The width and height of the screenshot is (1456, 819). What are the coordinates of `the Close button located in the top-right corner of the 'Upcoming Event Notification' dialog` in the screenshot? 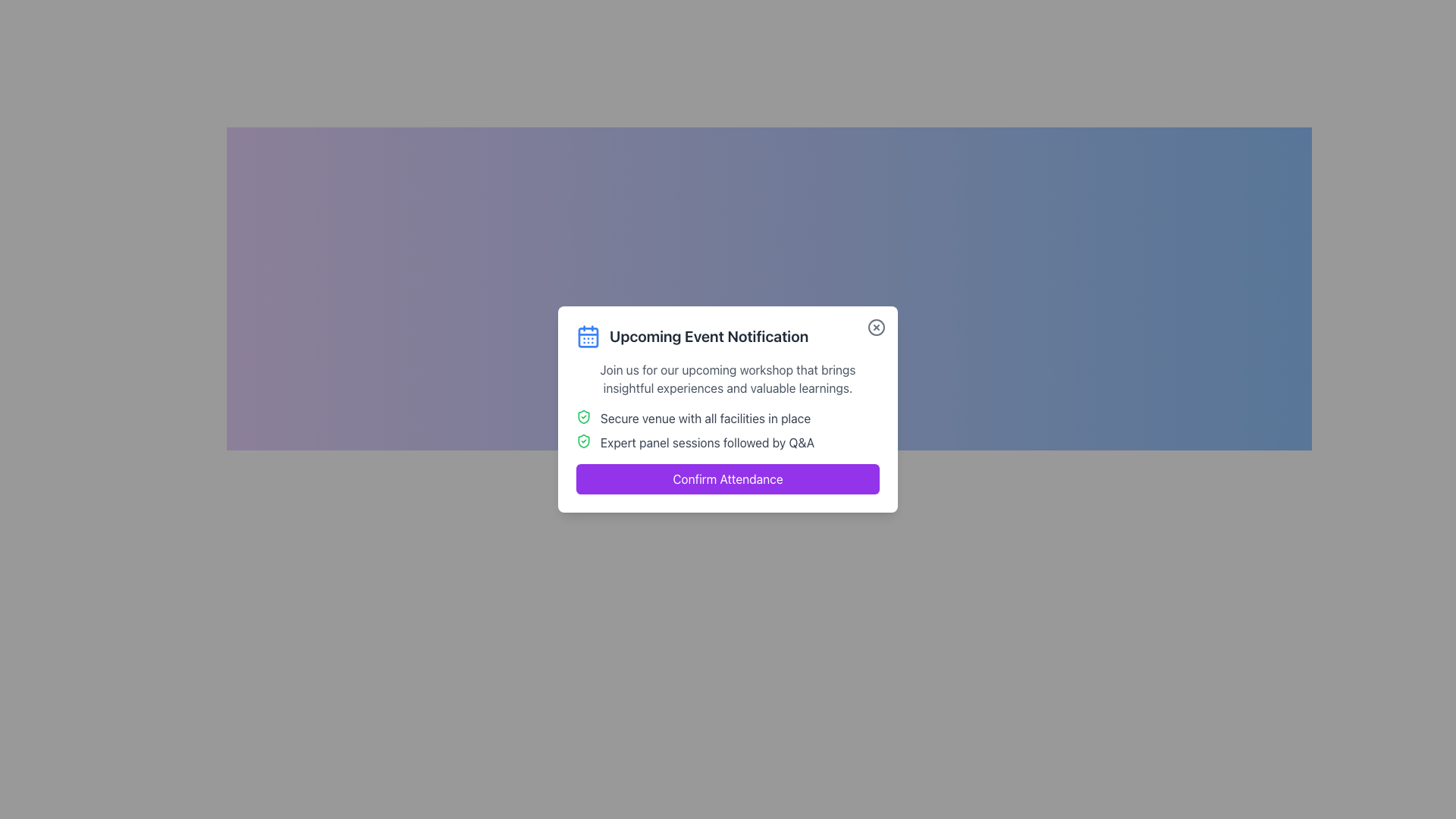 It's located at (877, 327).